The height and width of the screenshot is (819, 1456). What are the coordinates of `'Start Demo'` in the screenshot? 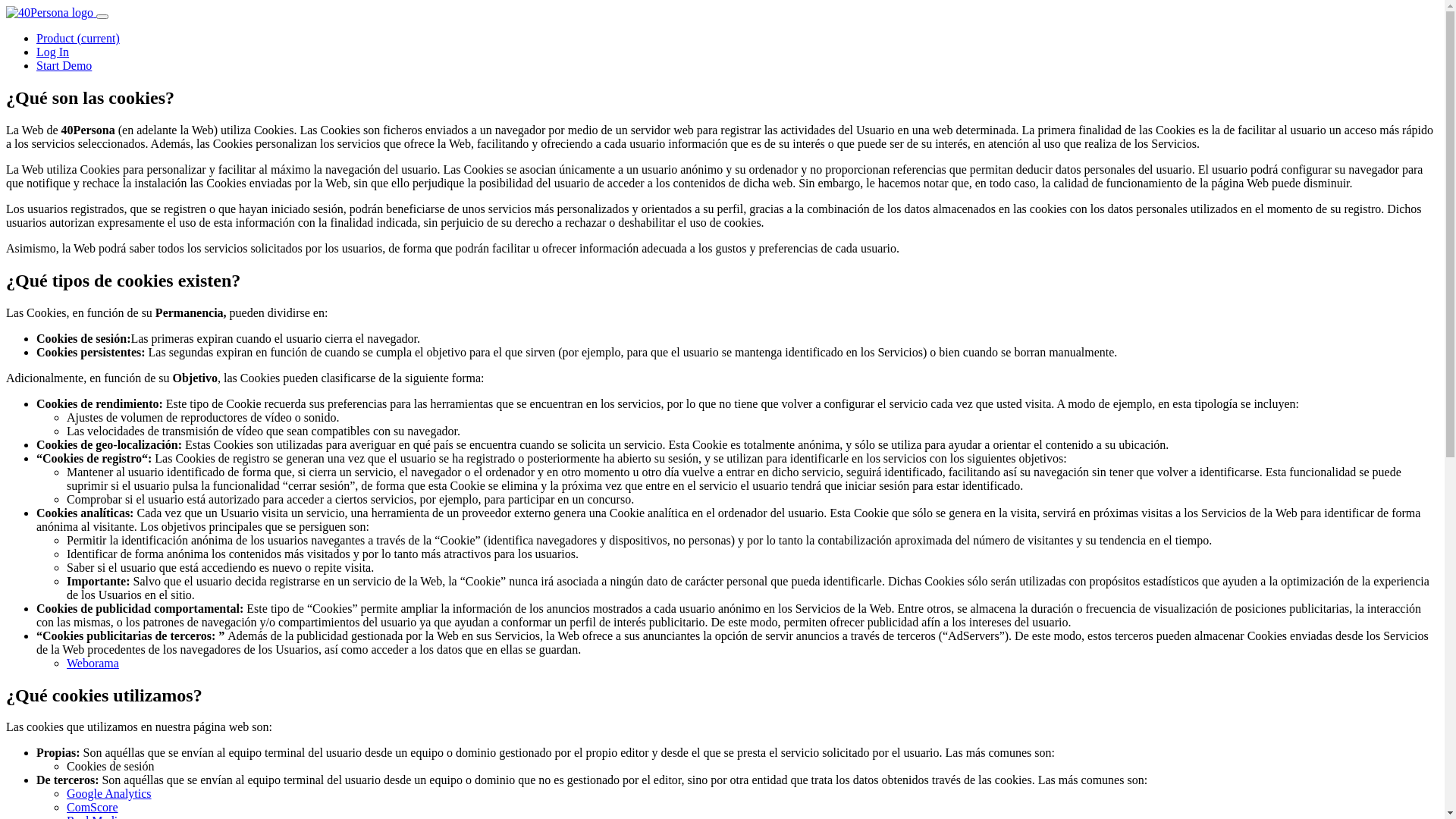 It's located at (63, 64).